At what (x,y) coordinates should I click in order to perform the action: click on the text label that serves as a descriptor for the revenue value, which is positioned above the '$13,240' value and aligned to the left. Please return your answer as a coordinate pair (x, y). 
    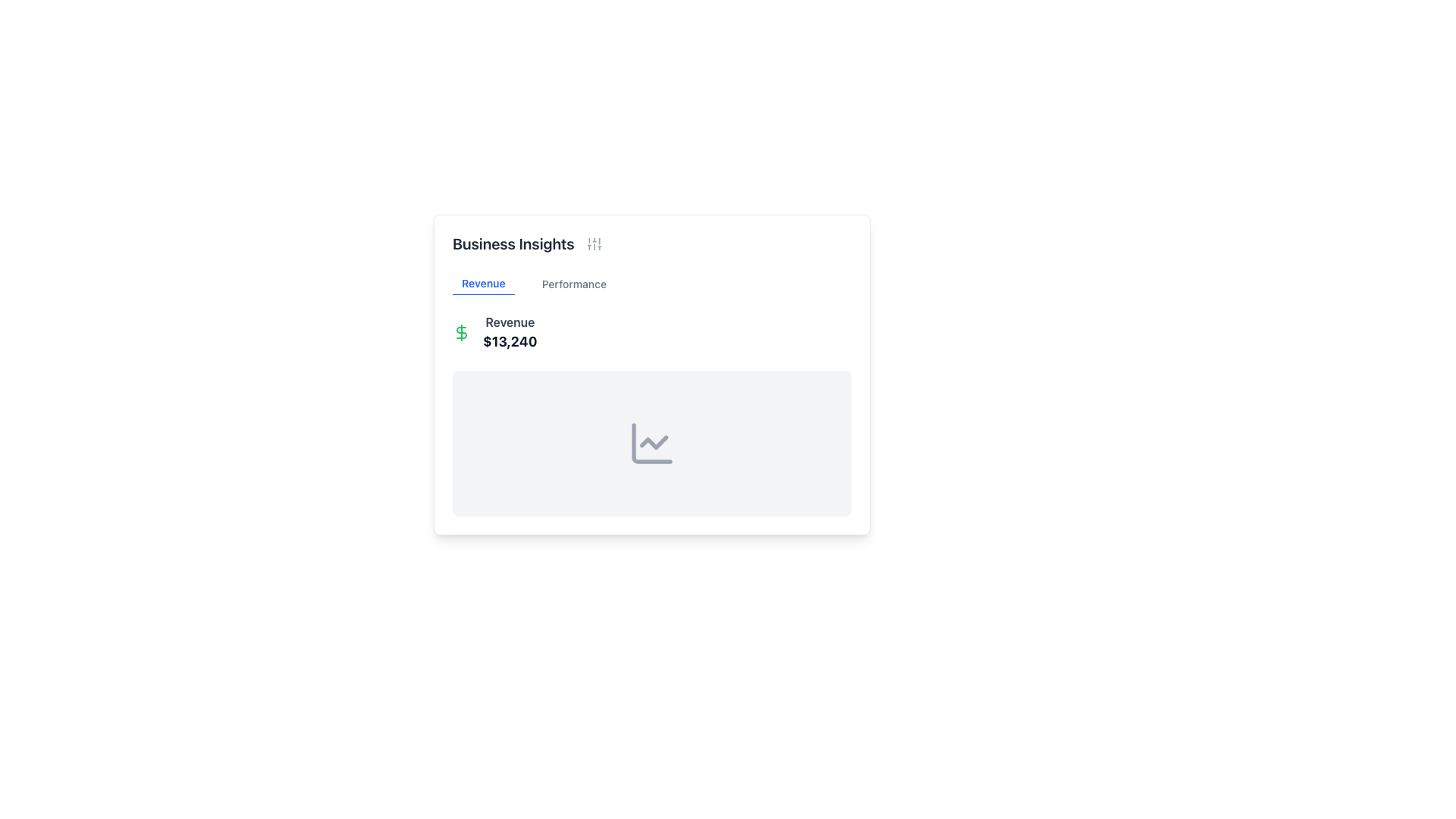
    Looking at the image, I should click on (510, 321).